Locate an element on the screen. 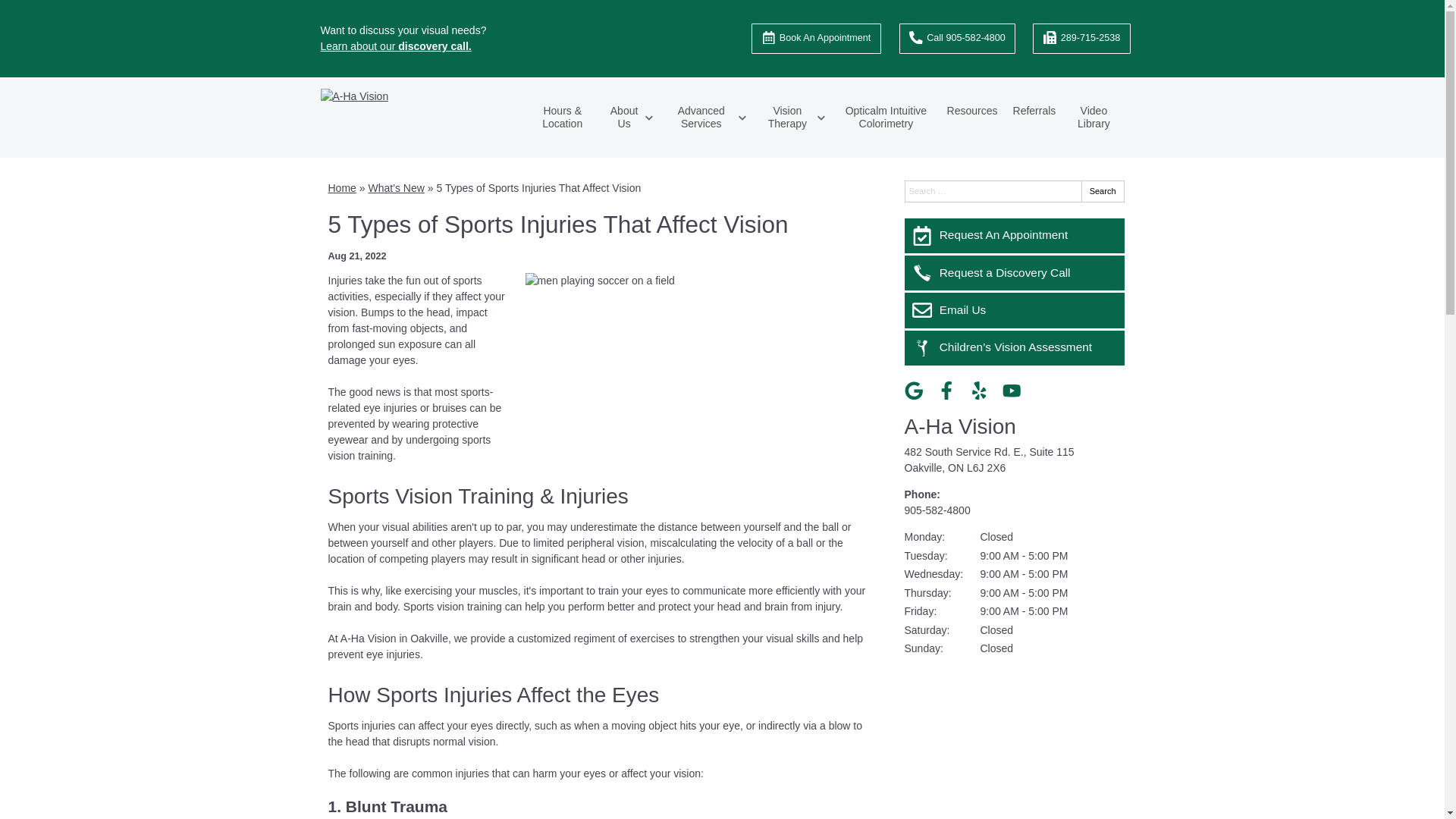  'Vision Therapy' is located at coordinates (792, 116).